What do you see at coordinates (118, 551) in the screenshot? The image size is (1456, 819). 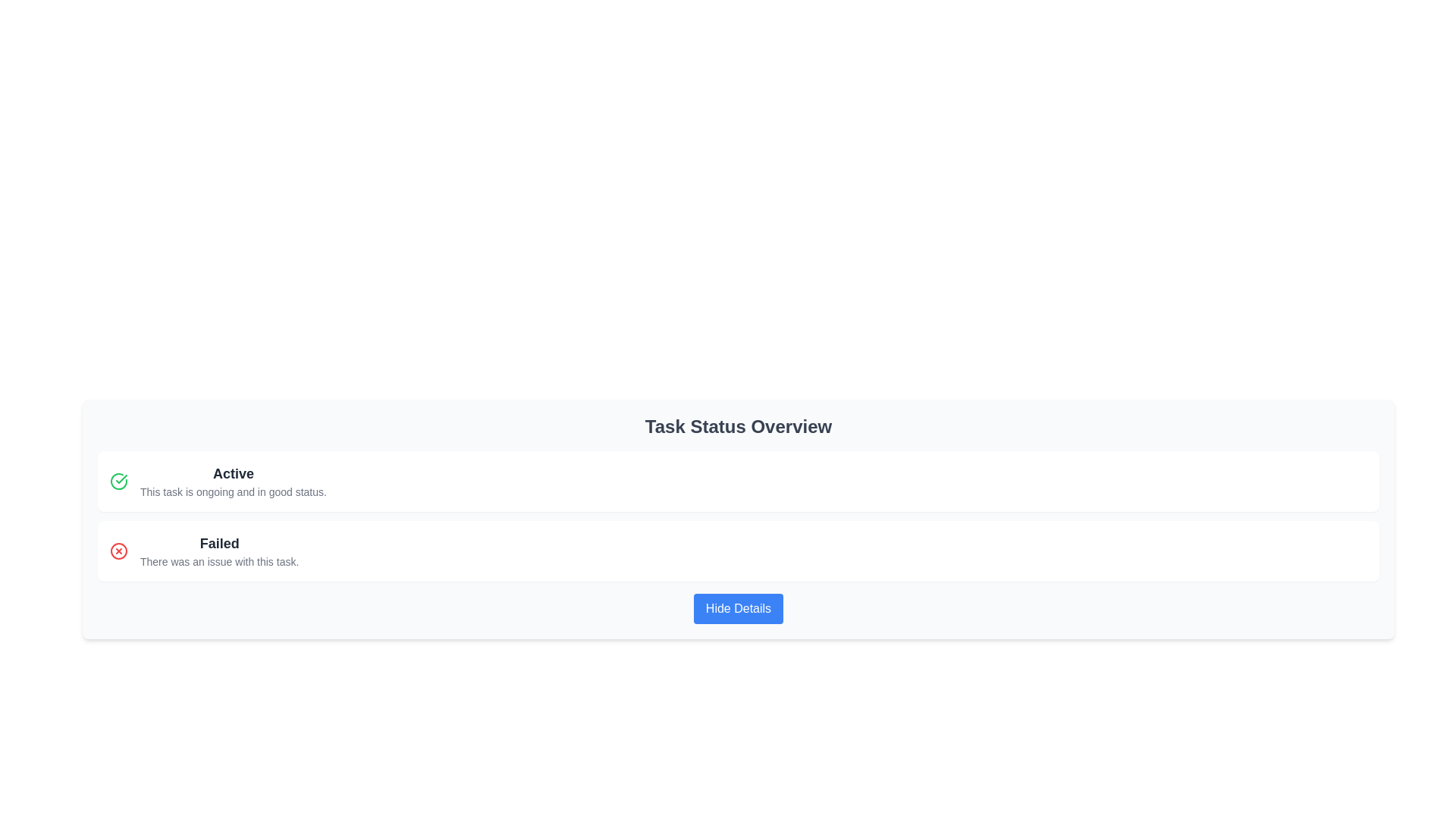 I see `the error indication icon located to the left of the 'Failed' label in the task overview` at bounding box center [118, 551].